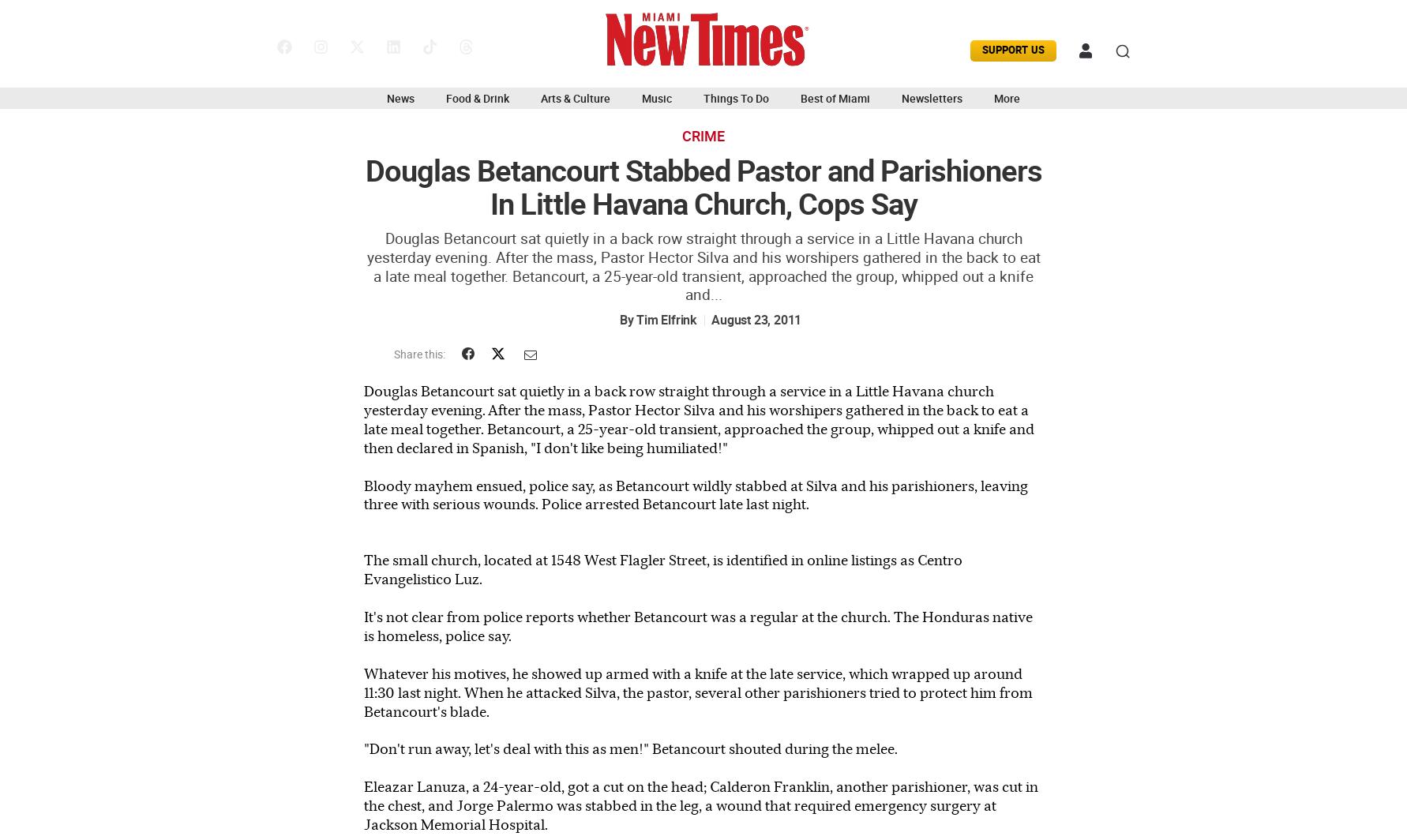 Image resolution: width=1407 pixels, height=840 pixels. Describe the element at coordinates (631, 748) in the screenshot. I see `'"Don't run away, let's deal with this as men!" Betancourt shouted during the melee.'` at that location.